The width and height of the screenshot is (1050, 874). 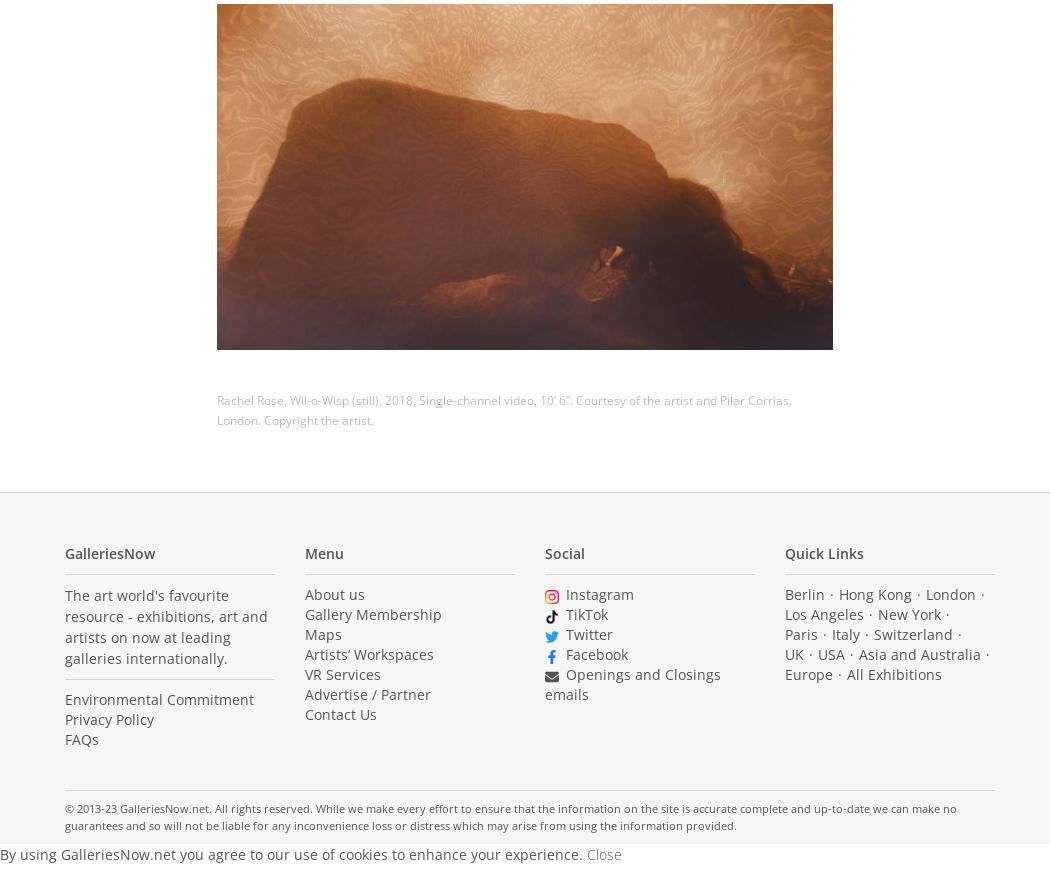 What do you see at coordinates (368, 653) in the screenshot?
I see `'Artists’ Workspaces'` at bounding box center [368, 653].